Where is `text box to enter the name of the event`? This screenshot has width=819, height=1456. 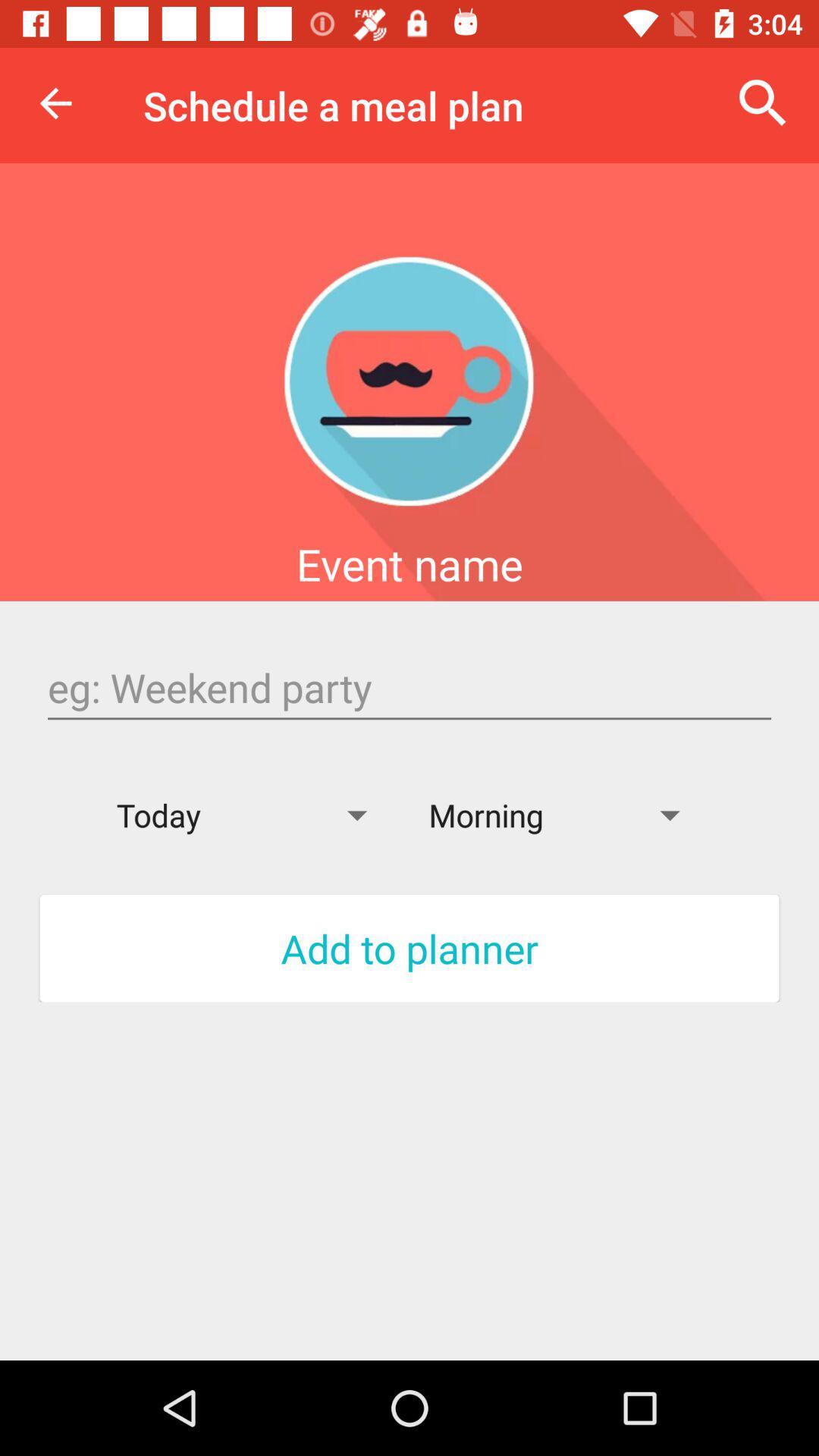
text box to enter the name of the event is located at coordinates (409, 687).